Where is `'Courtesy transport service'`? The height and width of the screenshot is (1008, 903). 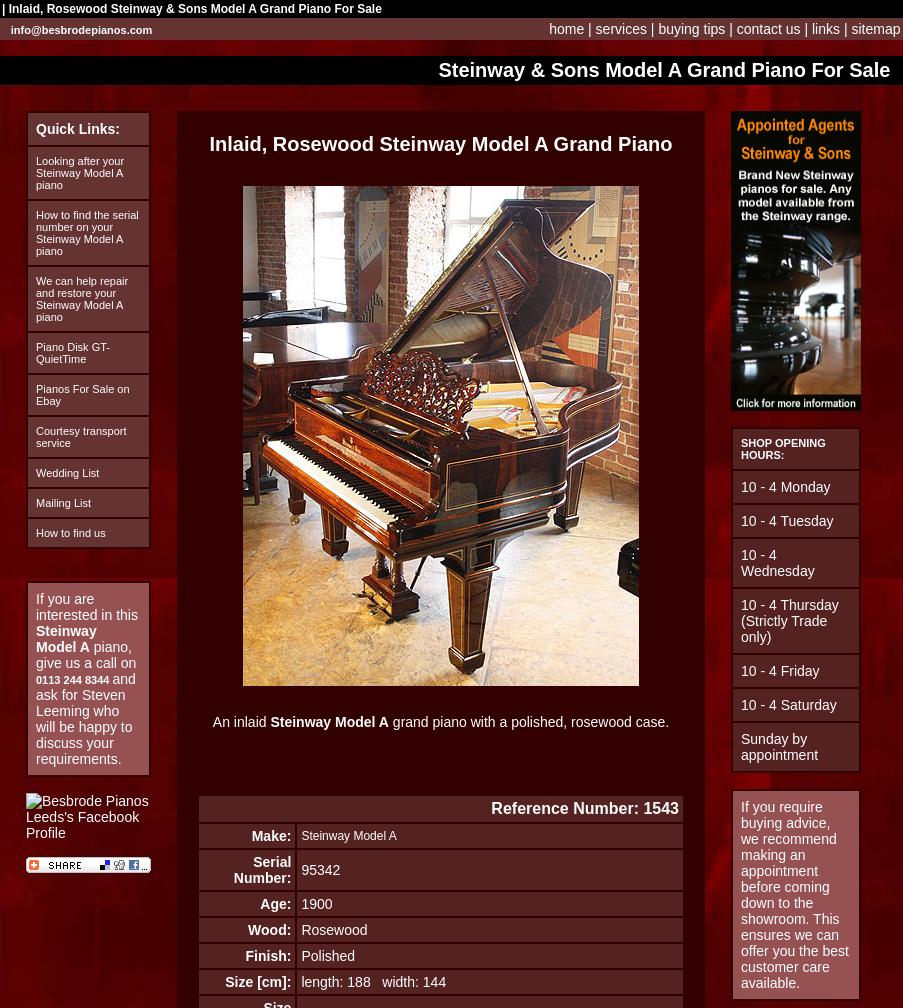
'Courtesy transport service' is located at coordinates (80, 436).